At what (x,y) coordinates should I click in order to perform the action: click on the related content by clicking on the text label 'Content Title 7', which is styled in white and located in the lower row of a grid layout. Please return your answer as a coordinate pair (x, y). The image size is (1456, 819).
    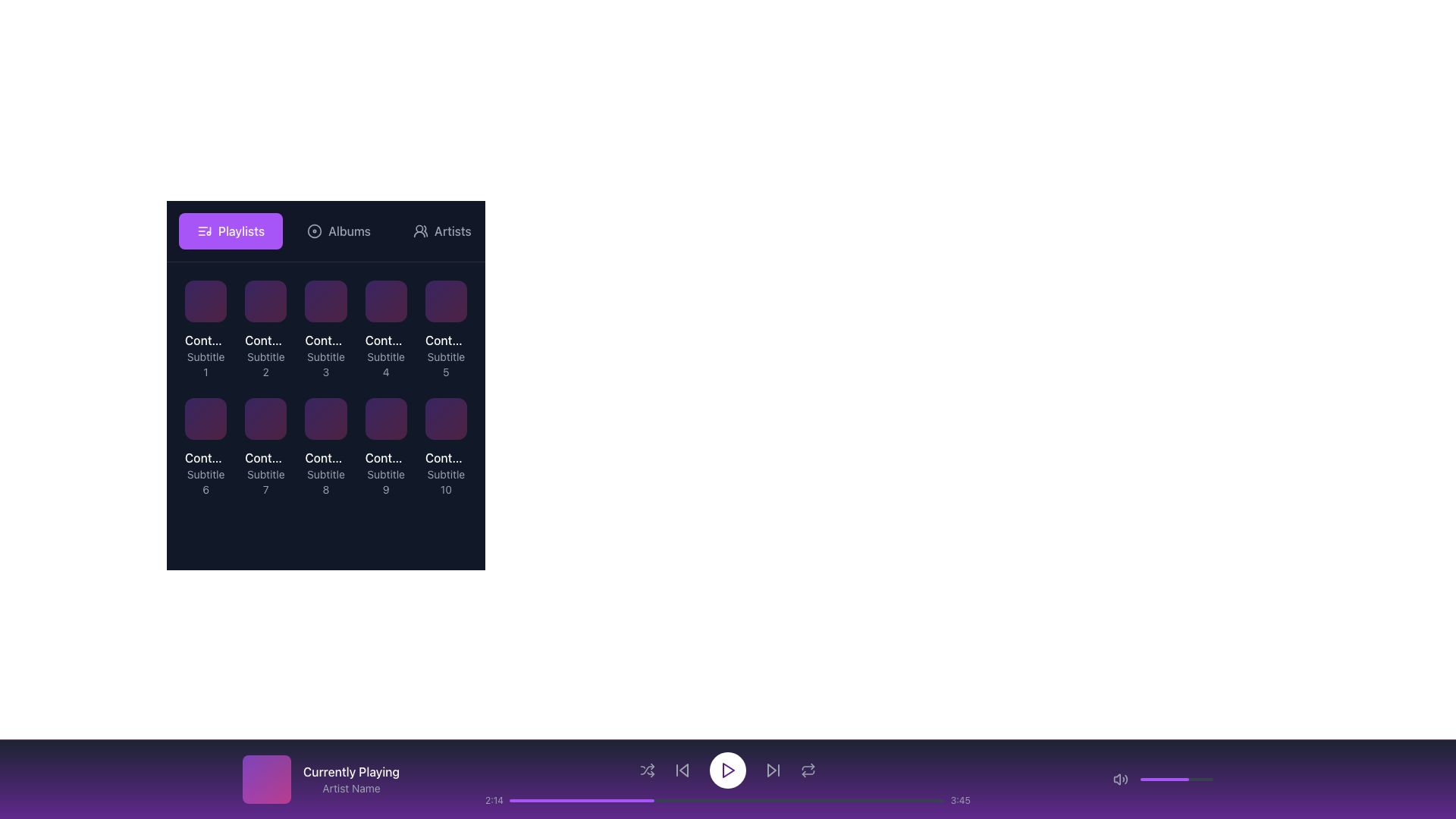
    Looking at the image, I should click on (265, 457).